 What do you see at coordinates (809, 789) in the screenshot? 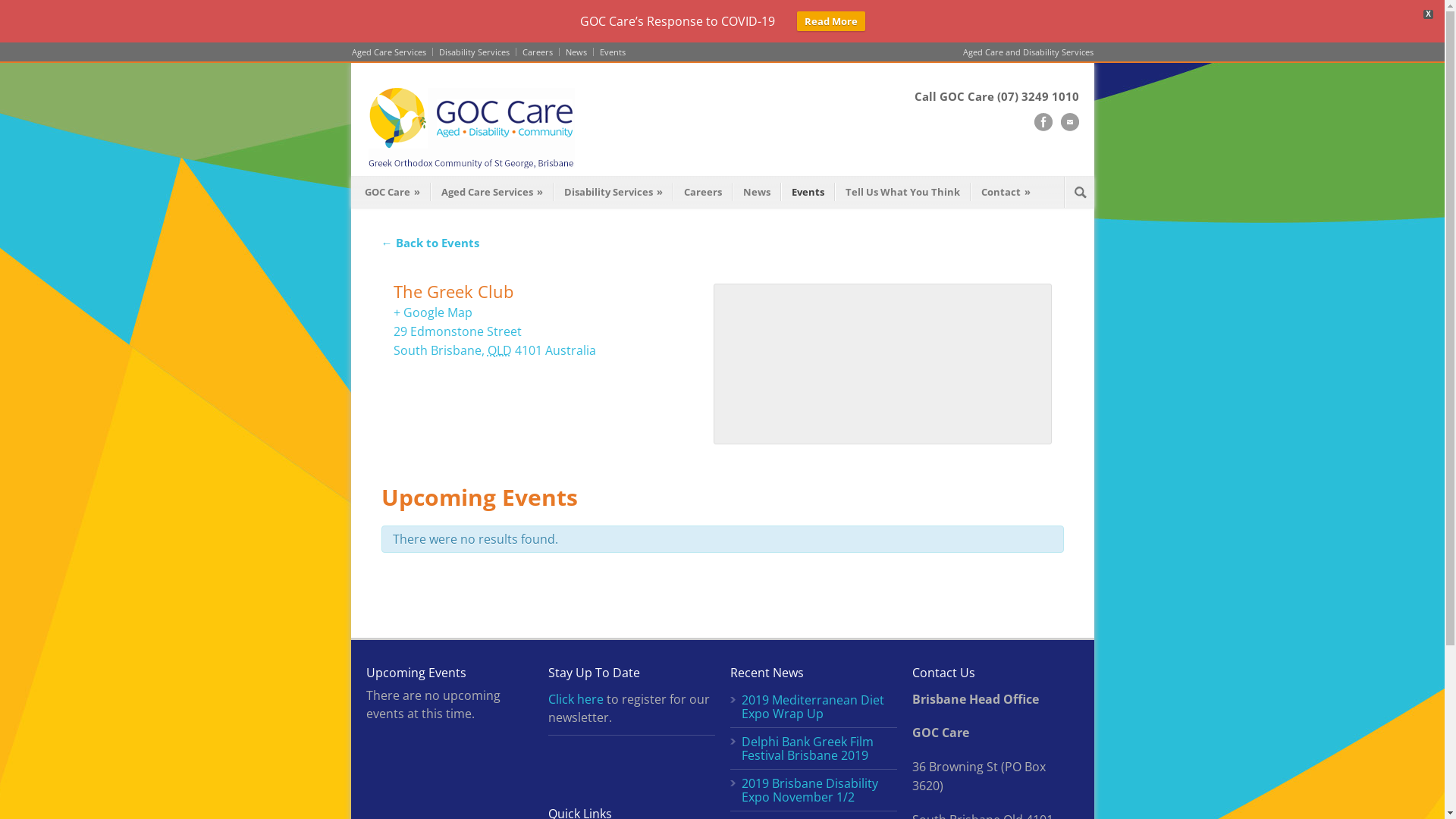
I see `'2019 Brisbane Disability Expo November 1/2'` at bounding box center [809, 789].